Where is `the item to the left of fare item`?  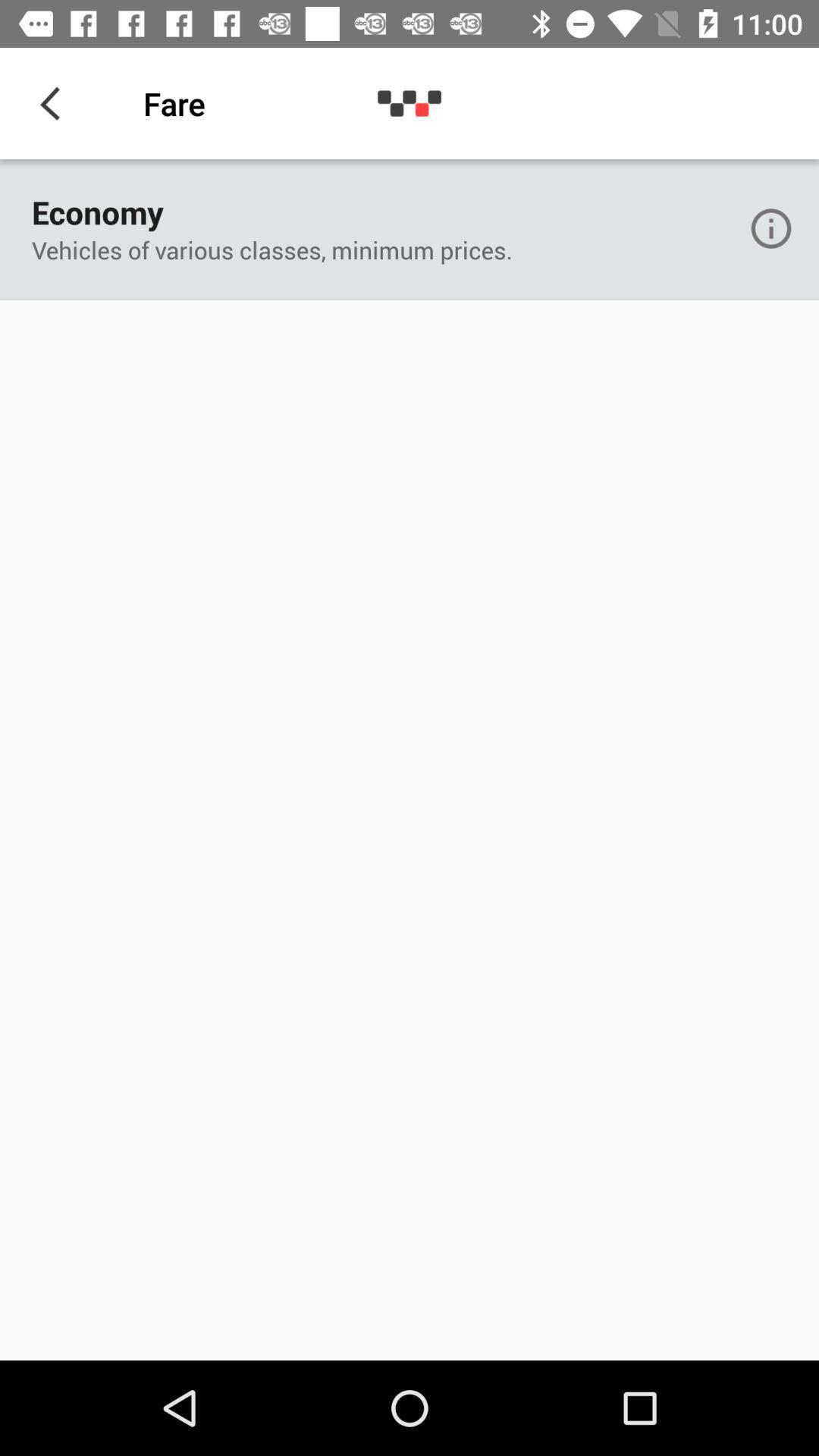
the item to the left of fare item is located at coordinates (55, 102).